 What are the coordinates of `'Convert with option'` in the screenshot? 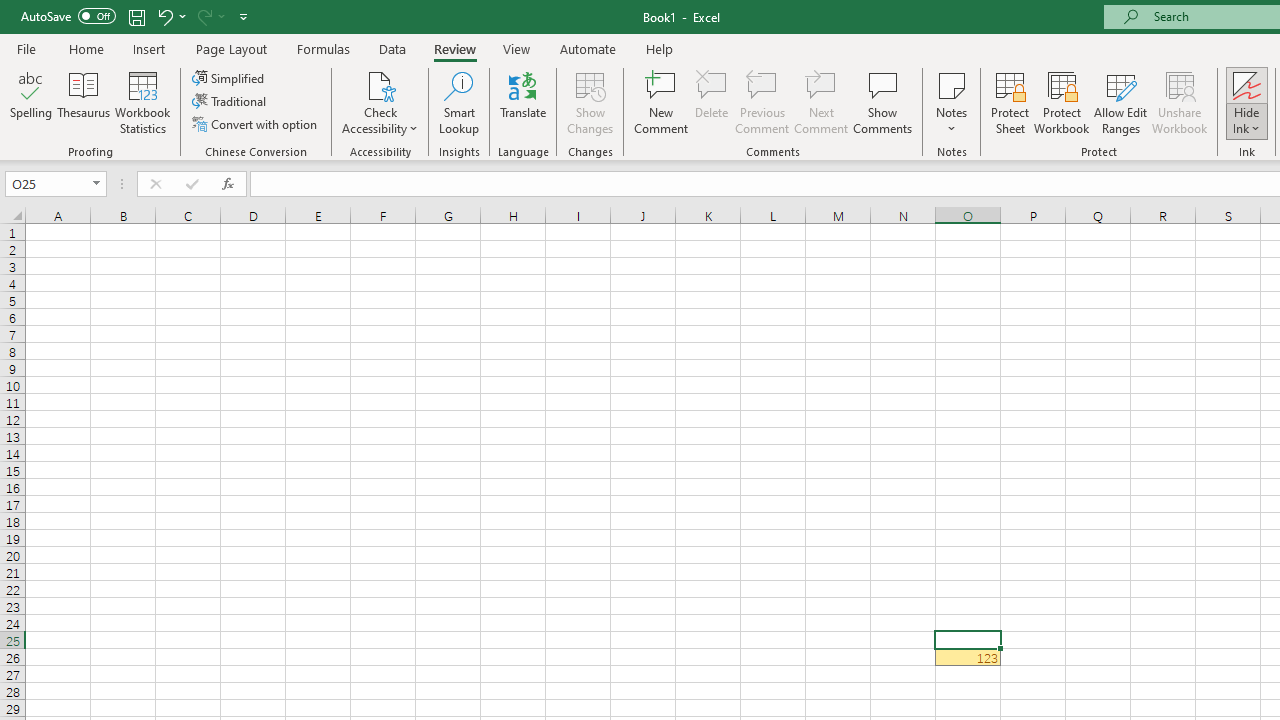 It's located at (255, 124).